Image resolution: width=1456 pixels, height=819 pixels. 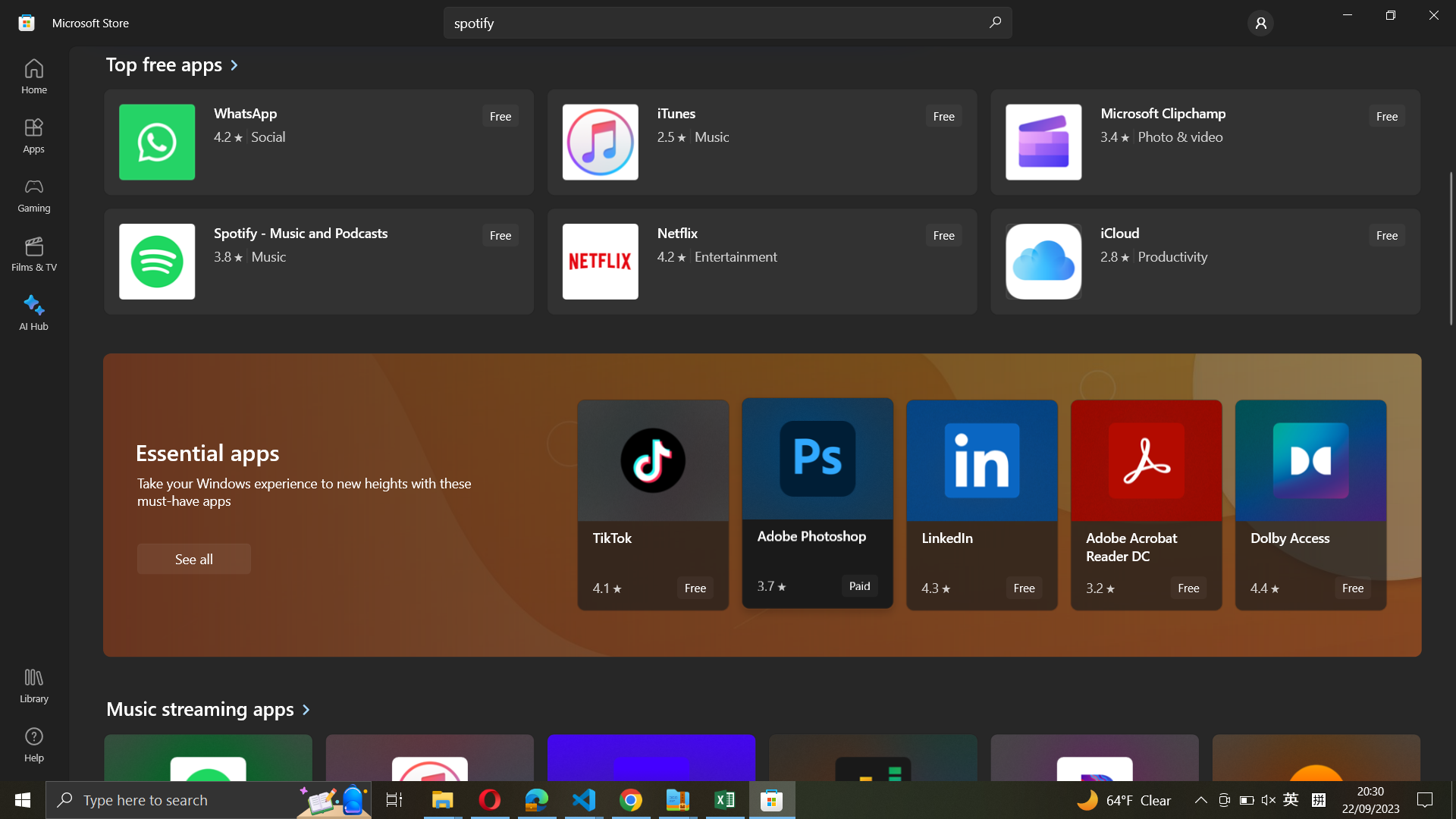 What do you see at coordinates (1310, 505) in the screenshot?
I see `Dolby Access` at bounding box center [1310, 505].